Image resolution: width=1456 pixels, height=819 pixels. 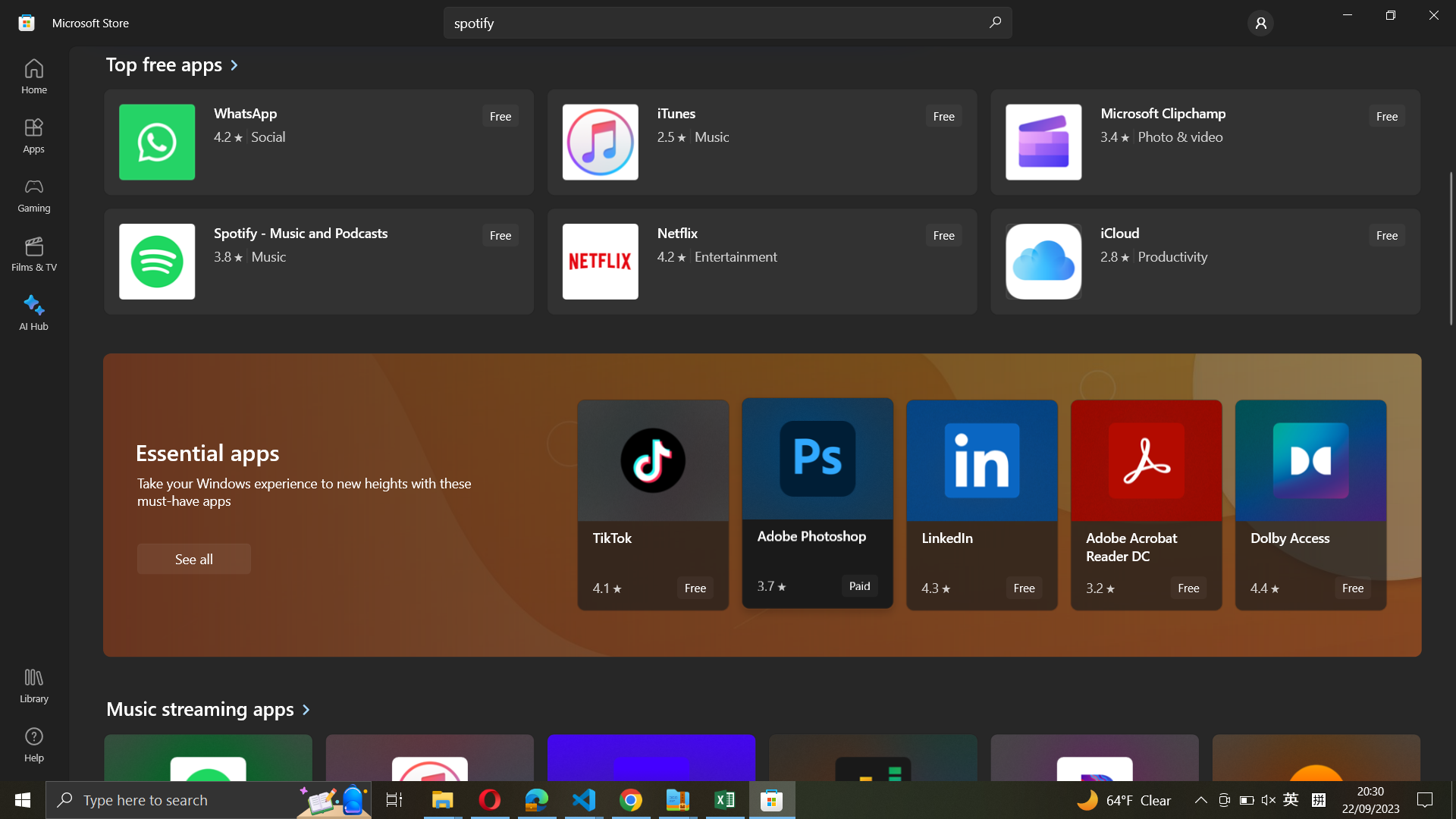 What do you see at coordinates (1310, 505) in the screenshot?
I see `Dolby Access` at bounding box center [1310, 505].